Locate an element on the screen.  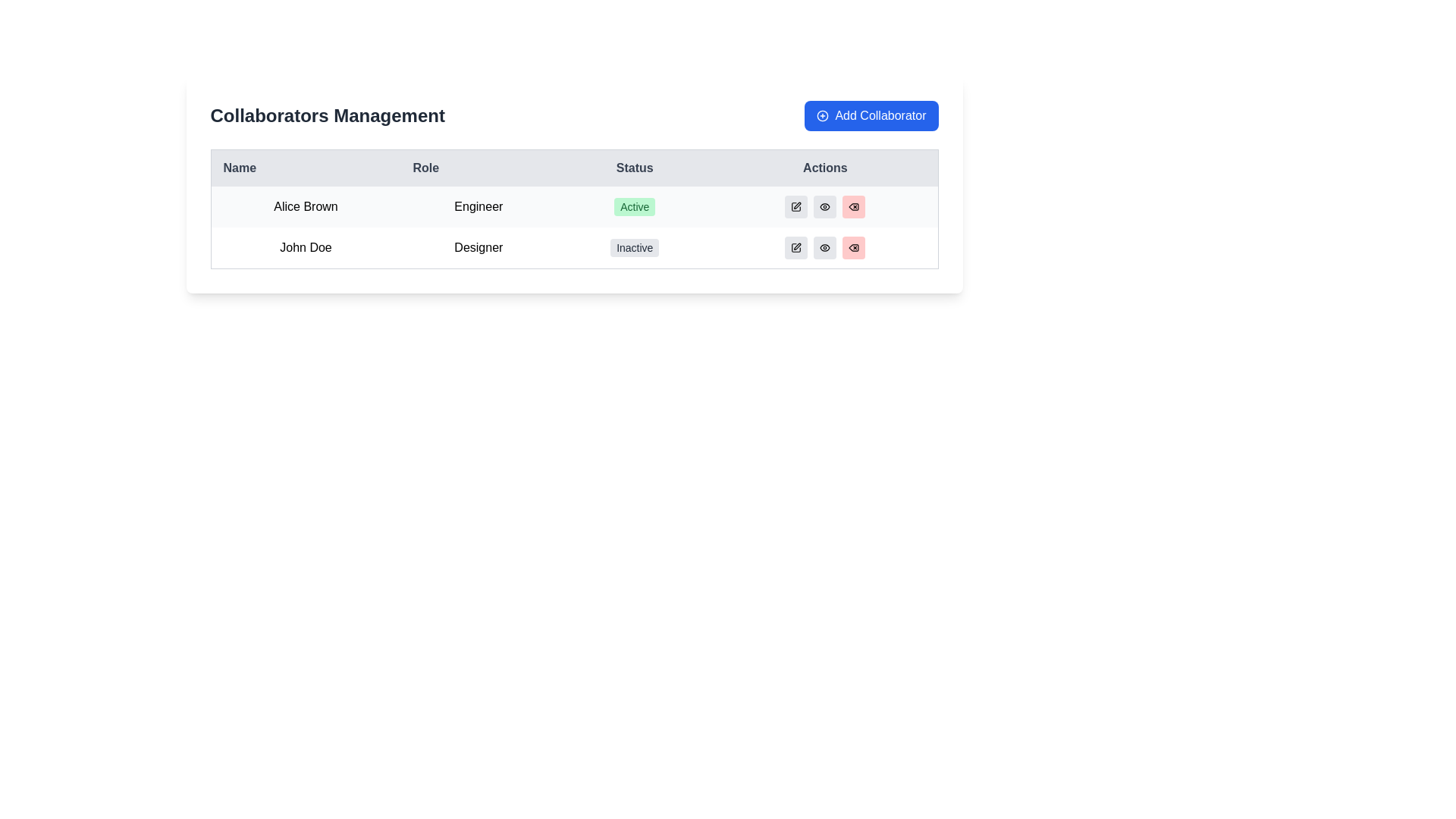
status text from the Status indicator badge indicating 'Active' for user 'Alice Brown', who has the role 'Engineer' is located at coordinates (635, 207).